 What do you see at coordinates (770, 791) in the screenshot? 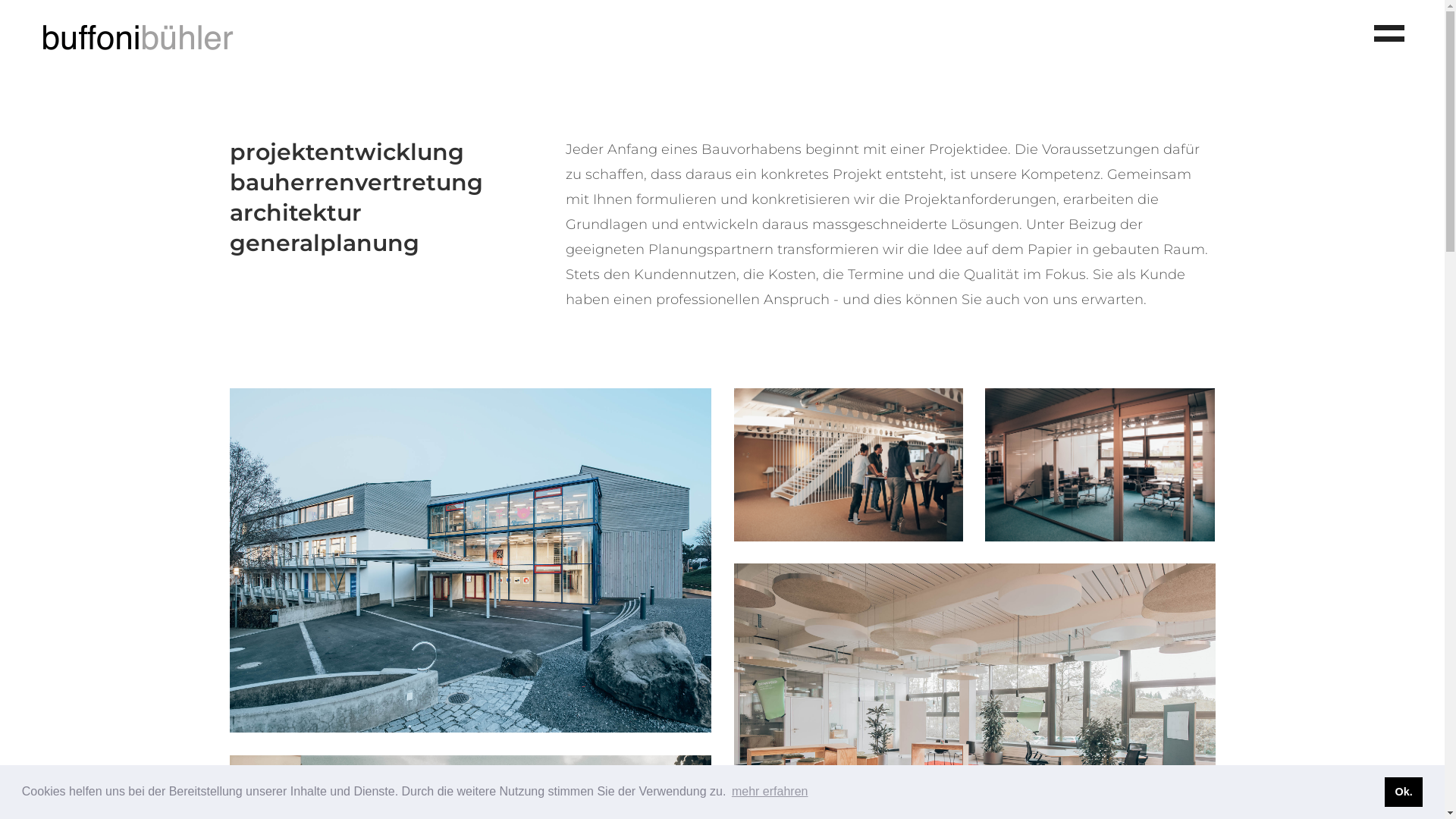
I see `'mehr erfahren'` at bounding box center [770, 791].